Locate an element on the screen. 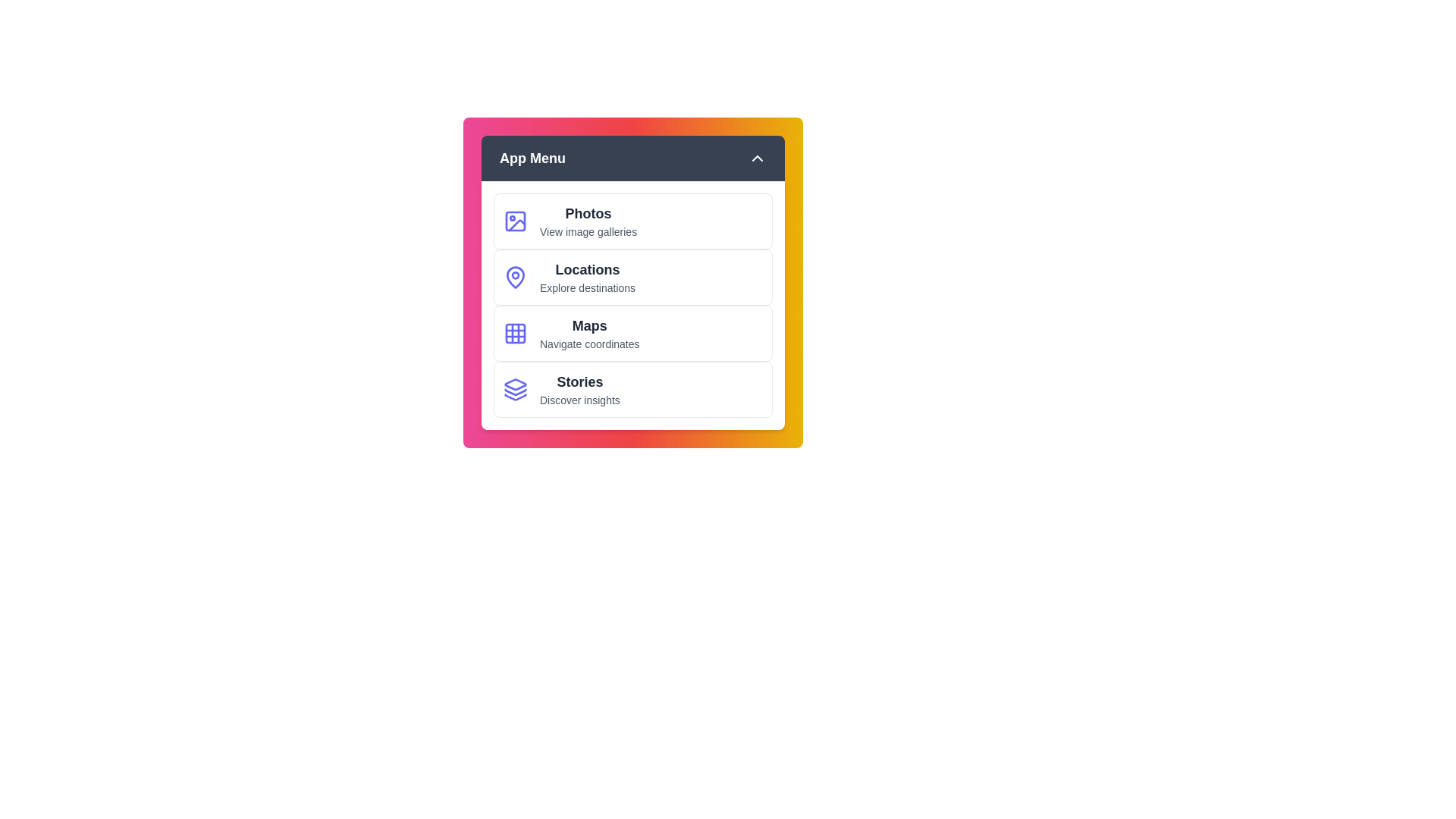  the menu item corresponding to Locations is located at coordinates (633, 278).